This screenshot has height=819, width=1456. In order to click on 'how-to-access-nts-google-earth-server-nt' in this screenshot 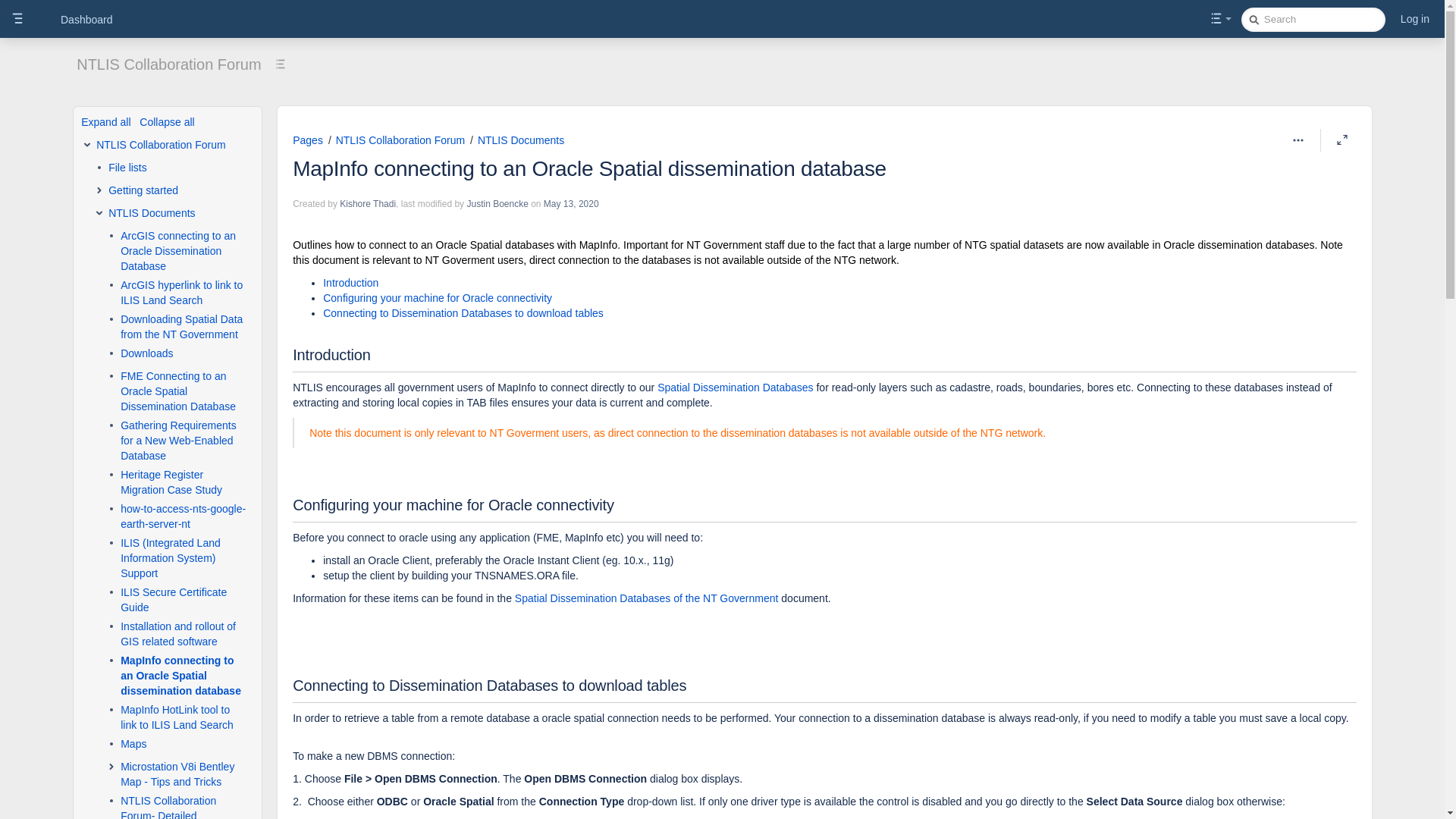, I will do `click(183, 516)`.